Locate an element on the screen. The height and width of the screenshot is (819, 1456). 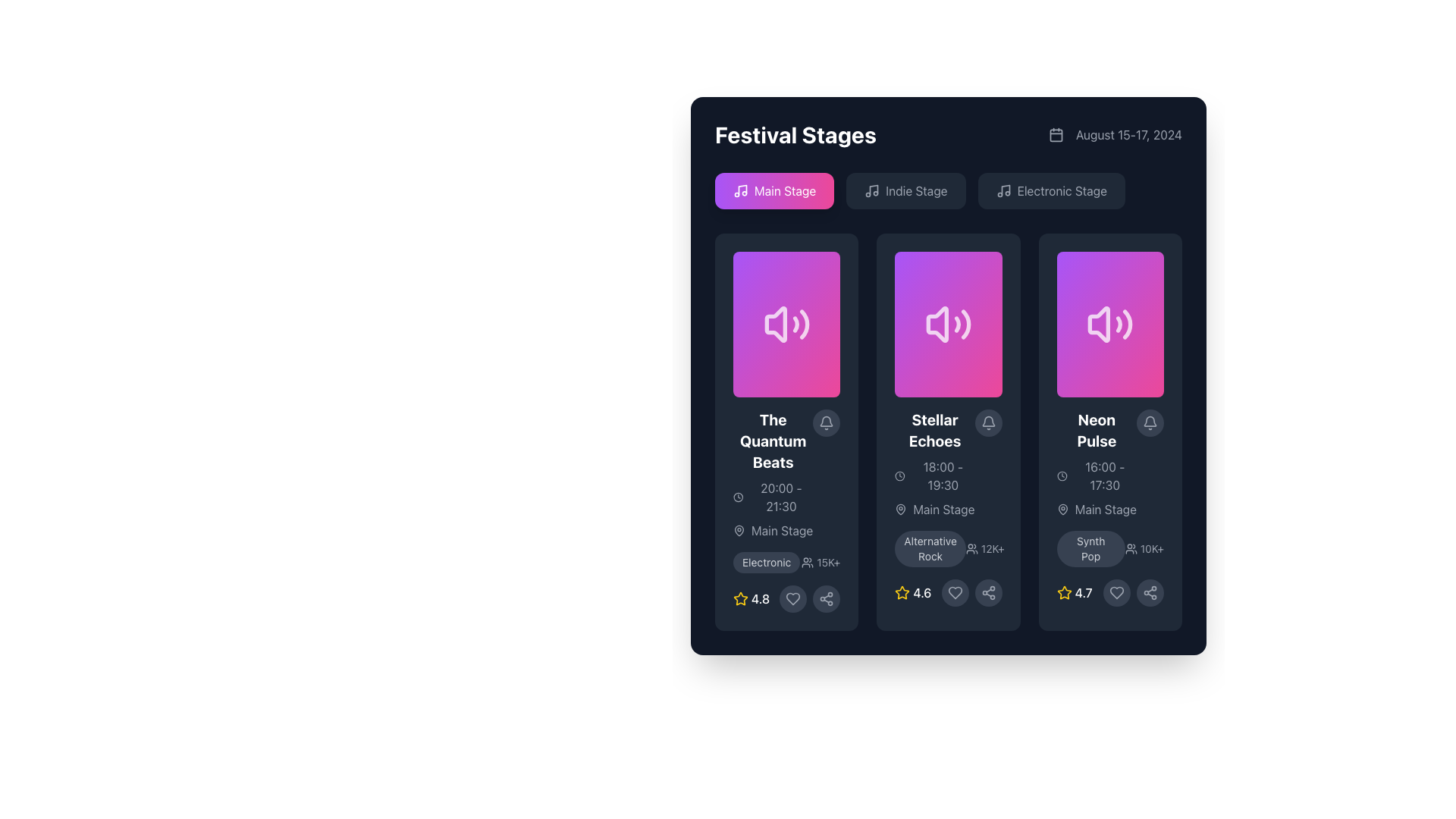
the text block that provides information about the event 'Stellar Echoes' located in the second card from the left, centered within the card is located at coordinates (934, 463).